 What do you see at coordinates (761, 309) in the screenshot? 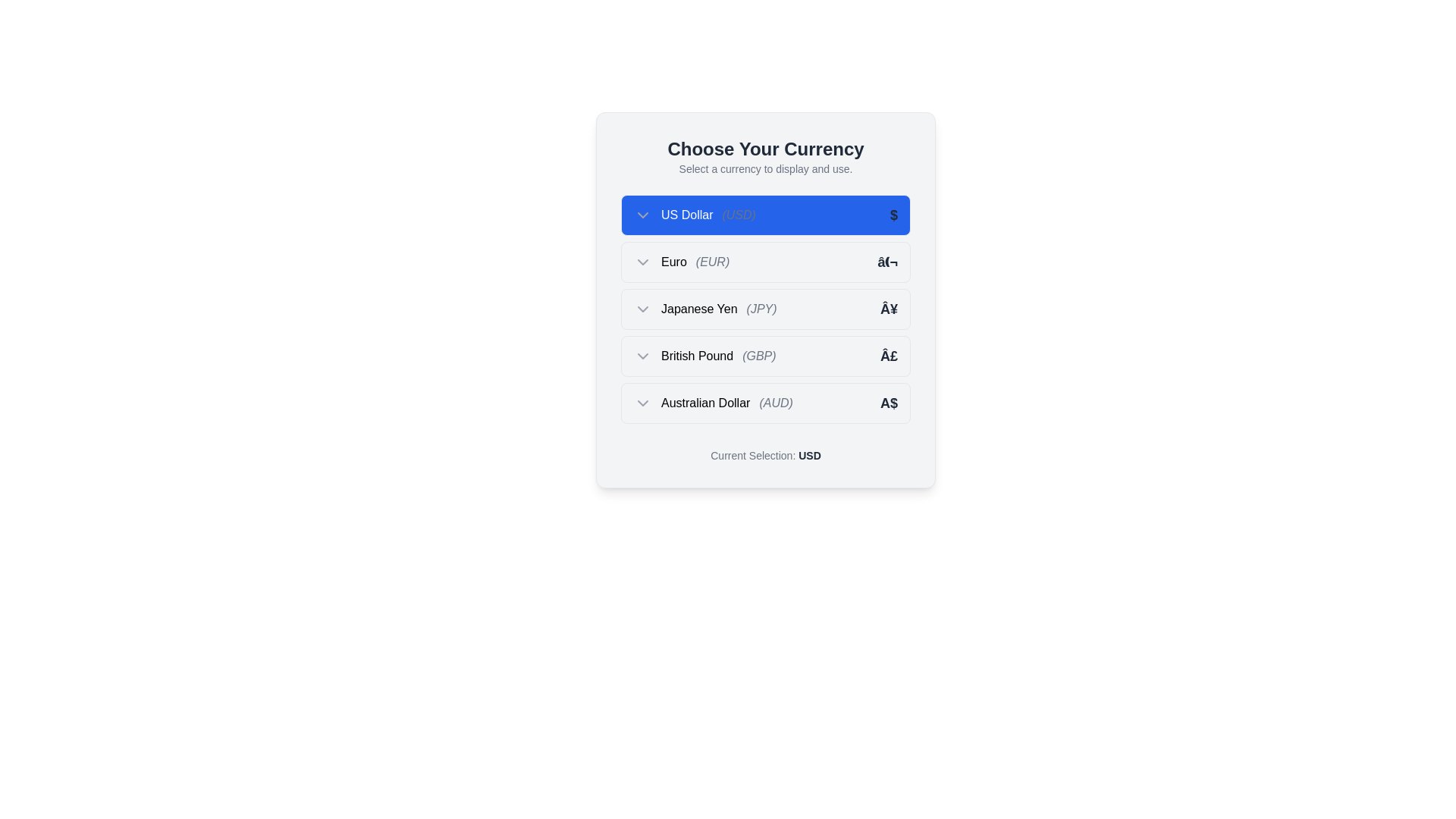
I see `the static text element displaying '(JPY)', which is styled in italic and light gray, located to the right of 'Japanese Yen' in the dropdown menu` at bounding box center [761, 309].